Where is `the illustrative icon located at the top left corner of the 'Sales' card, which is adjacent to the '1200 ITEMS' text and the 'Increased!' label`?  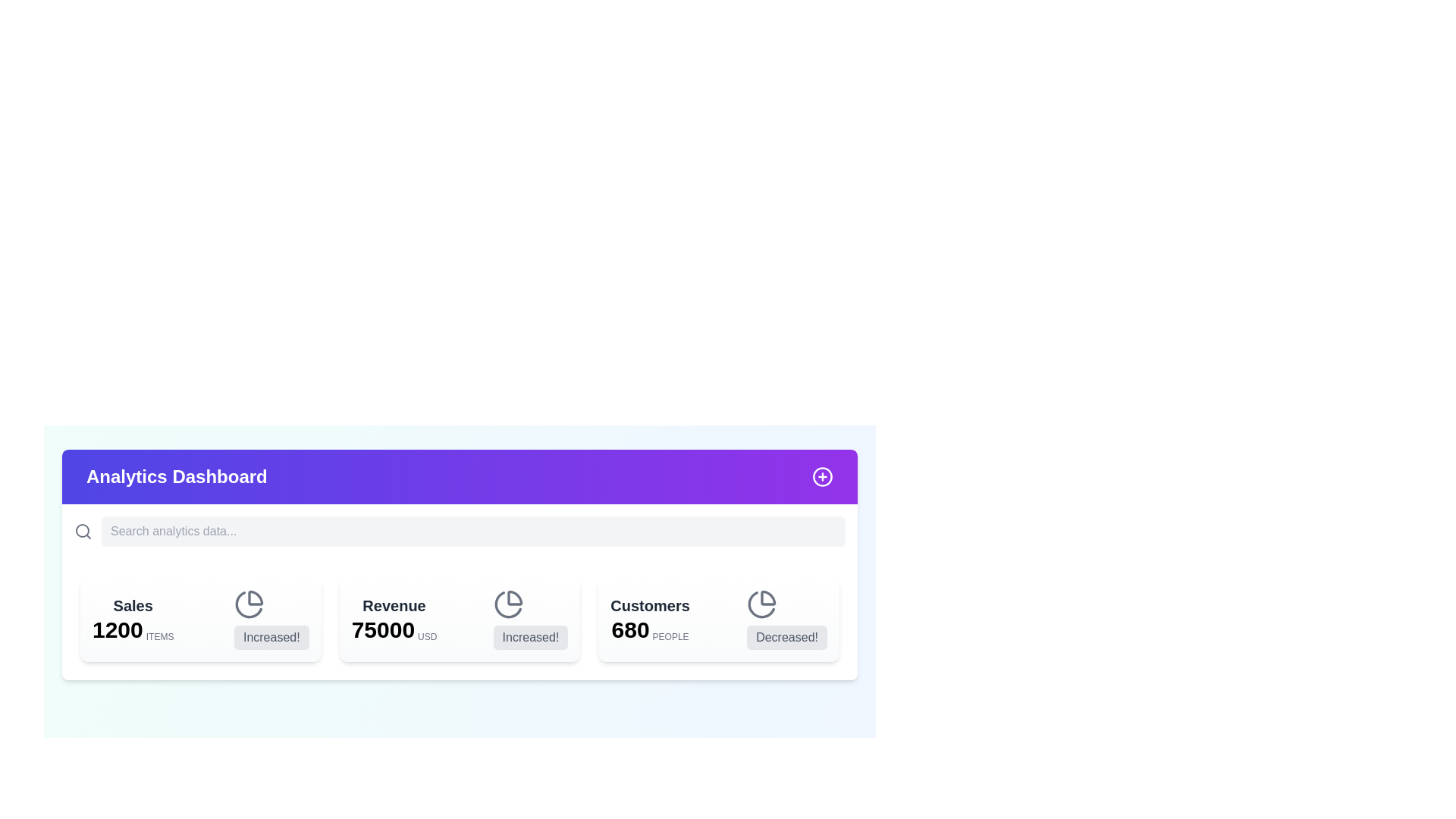 the illustrative icon located at the top left corner of the 'Sales' card, which is adjacent to the '1200 ITEMS' text and the 'Increased!' label is located at coordinates (249, 604).